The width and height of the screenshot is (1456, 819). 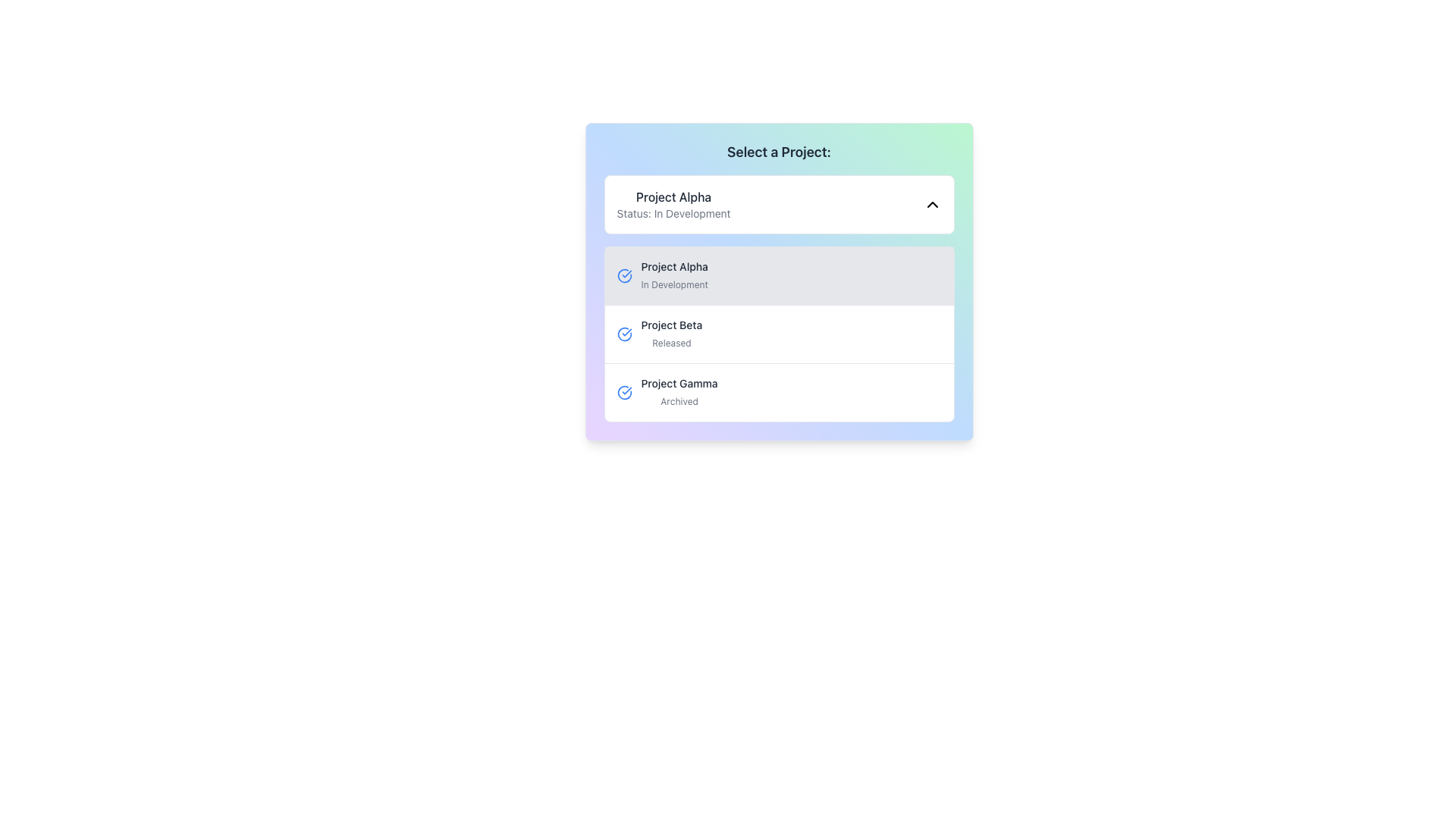 I want to click on the second project item in the dropdown menu which is visually represented with an icon, bold project name, and smaller gray status text, so click(x=779, y=333).